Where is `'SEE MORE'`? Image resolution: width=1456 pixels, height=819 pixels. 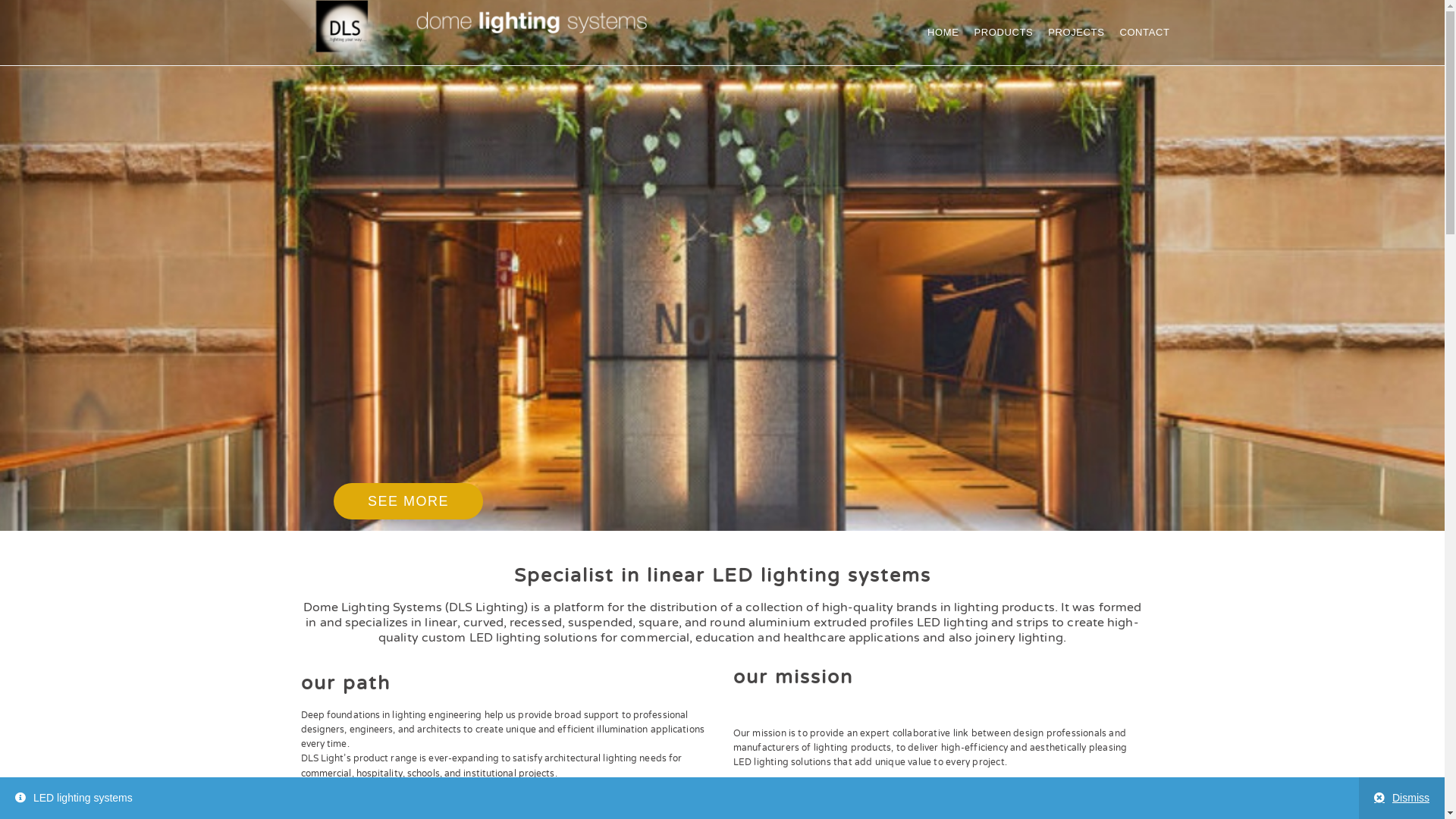
'SEE MORE' is located at coordinates (408, 500).